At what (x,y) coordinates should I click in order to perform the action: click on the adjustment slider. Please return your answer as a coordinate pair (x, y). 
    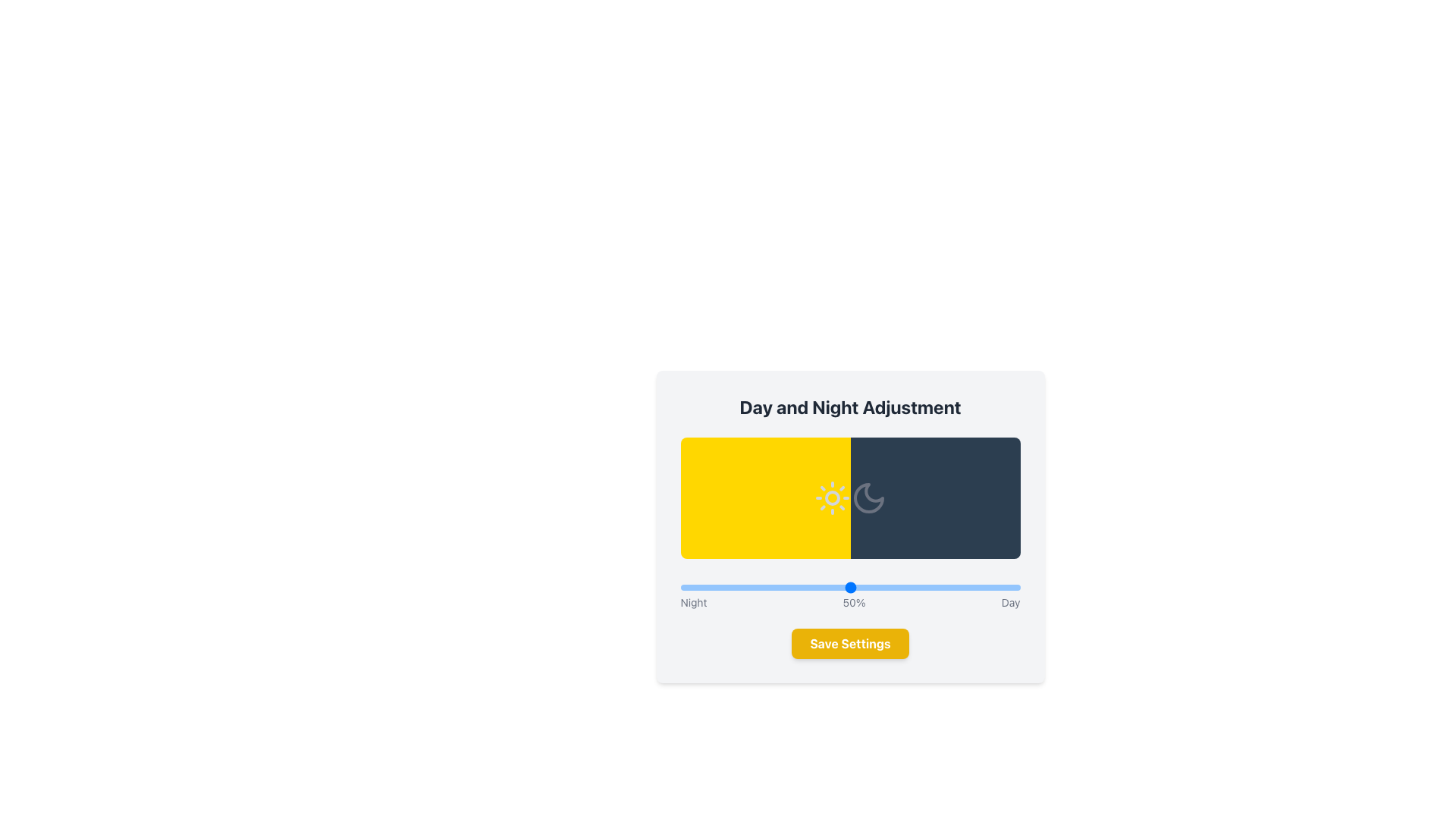
    Looking at the image, I should click on (905, 587).